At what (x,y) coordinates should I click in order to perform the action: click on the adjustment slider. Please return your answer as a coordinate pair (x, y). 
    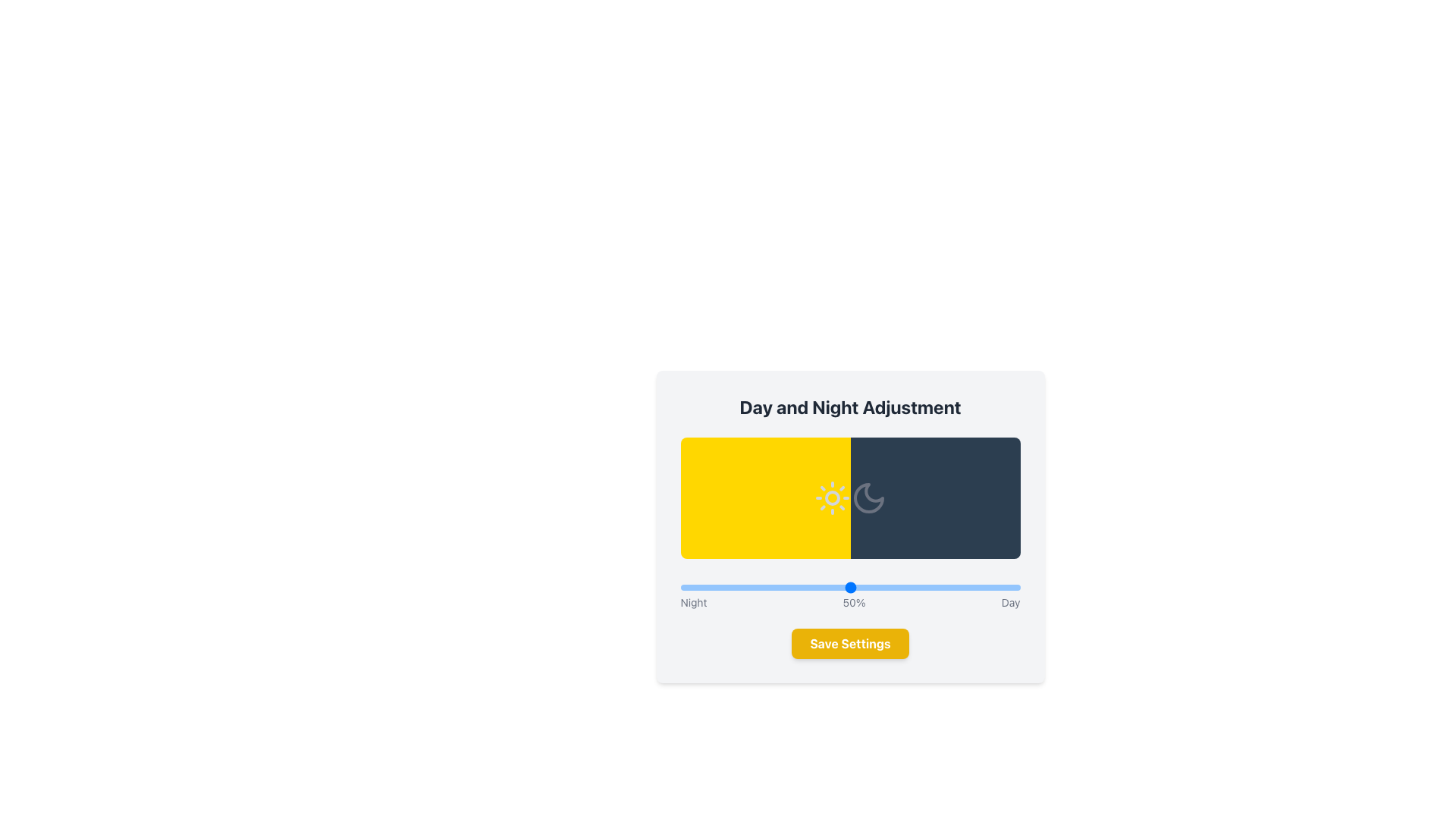
    Looking at the image, I should click on (905, 587).